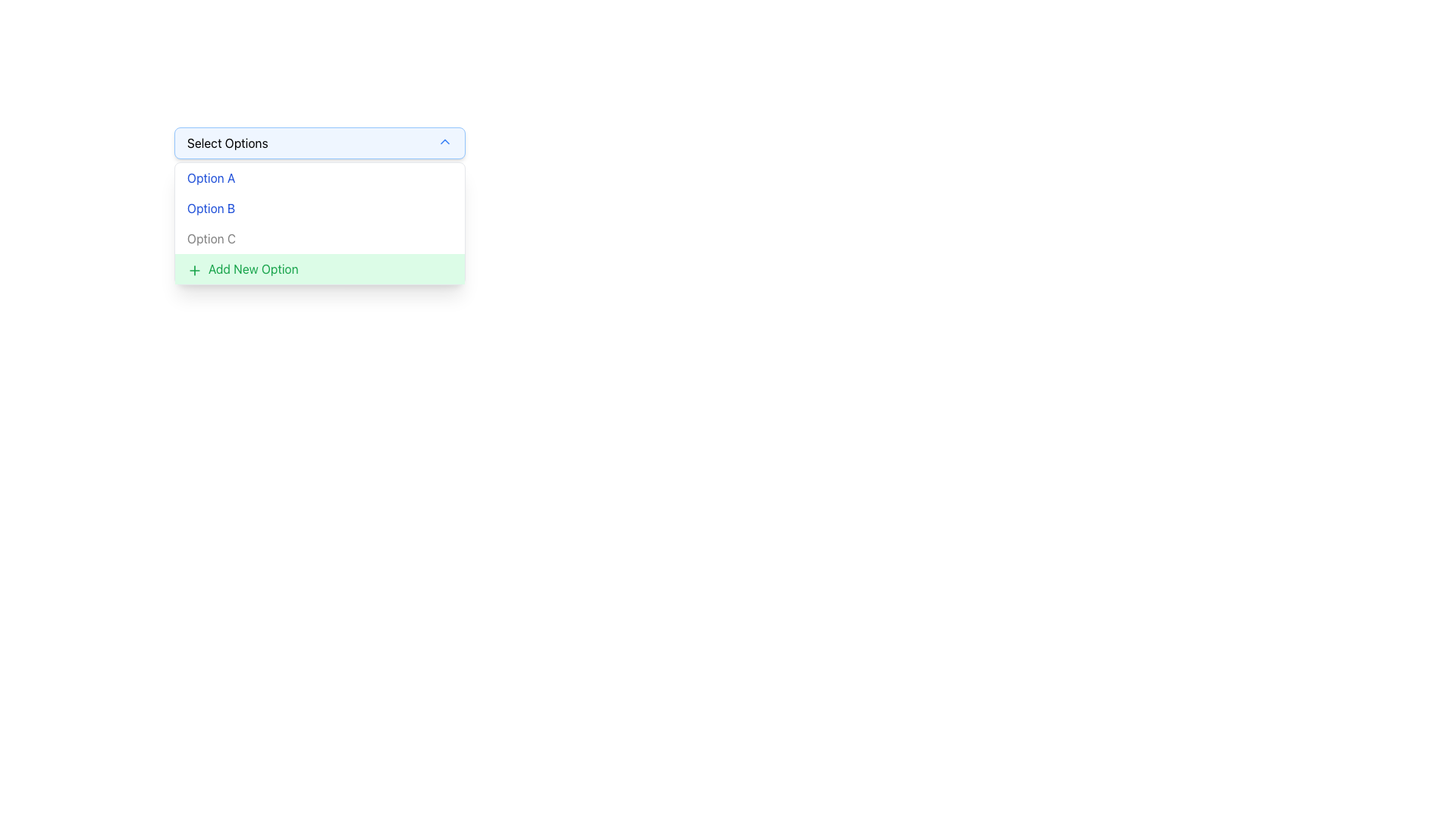  I want to click on the second option in the dropdown menu, which is located below 'Option A' and above 'Option C', so click(319, 208).